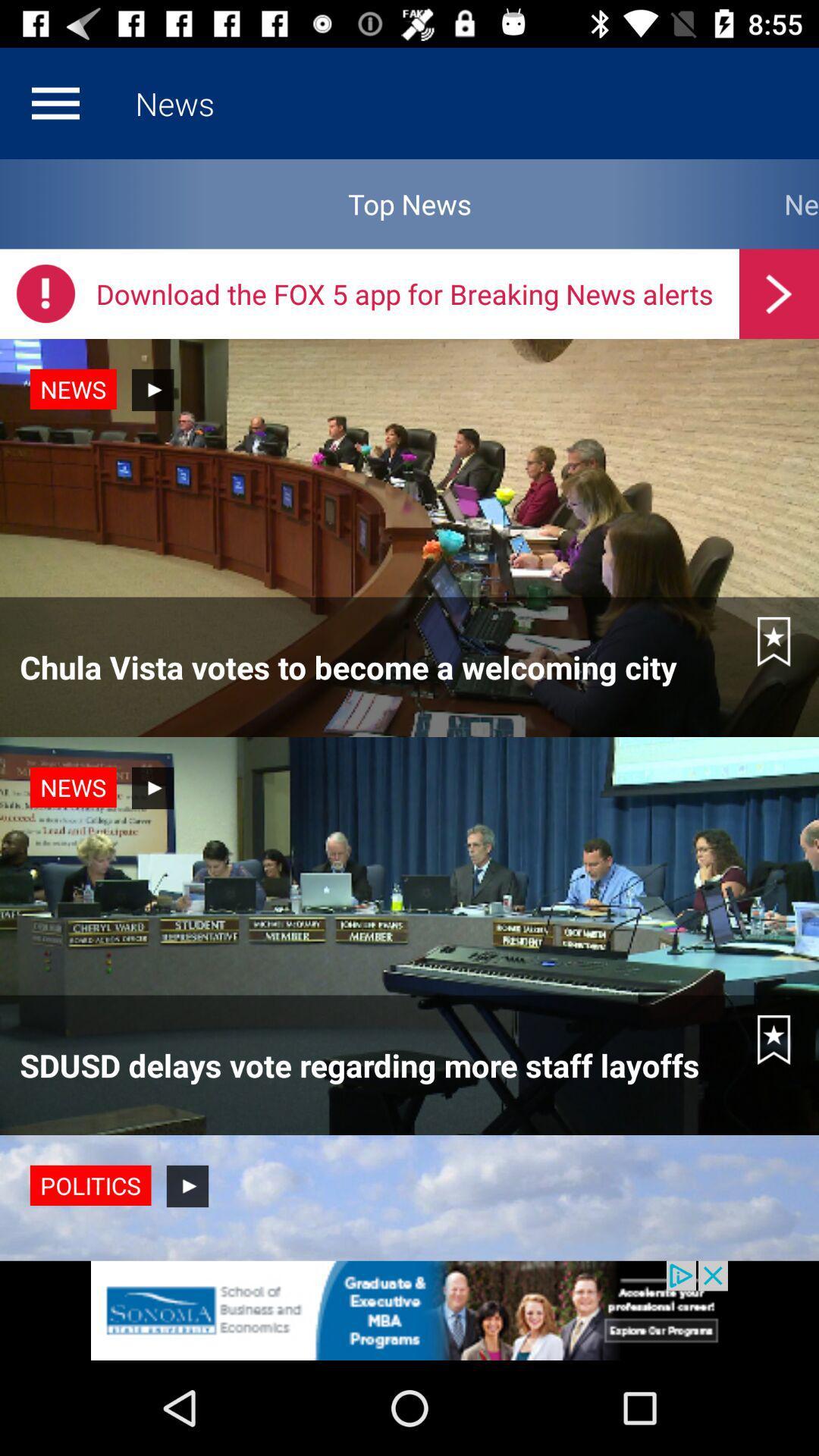 The height and width of the screenshot is (1456, 819). What do you see at coordinates (55, 102) in the screenshot?
I see `menu` at bounding box center [55, 102].